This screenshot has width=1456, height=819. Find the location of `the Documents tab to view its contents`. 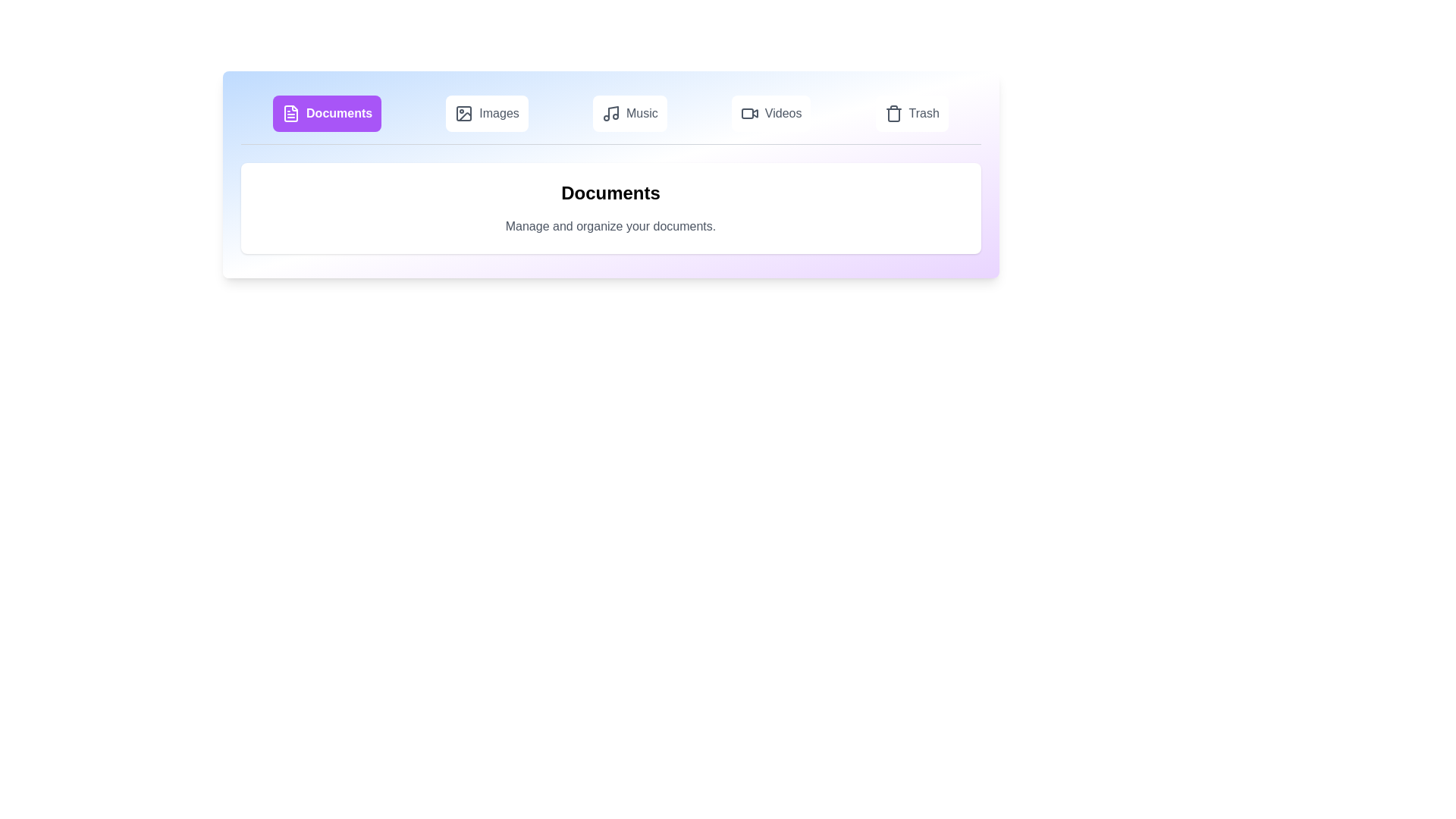

the Documents tab to view its contents is located at coordinates (326, 113).